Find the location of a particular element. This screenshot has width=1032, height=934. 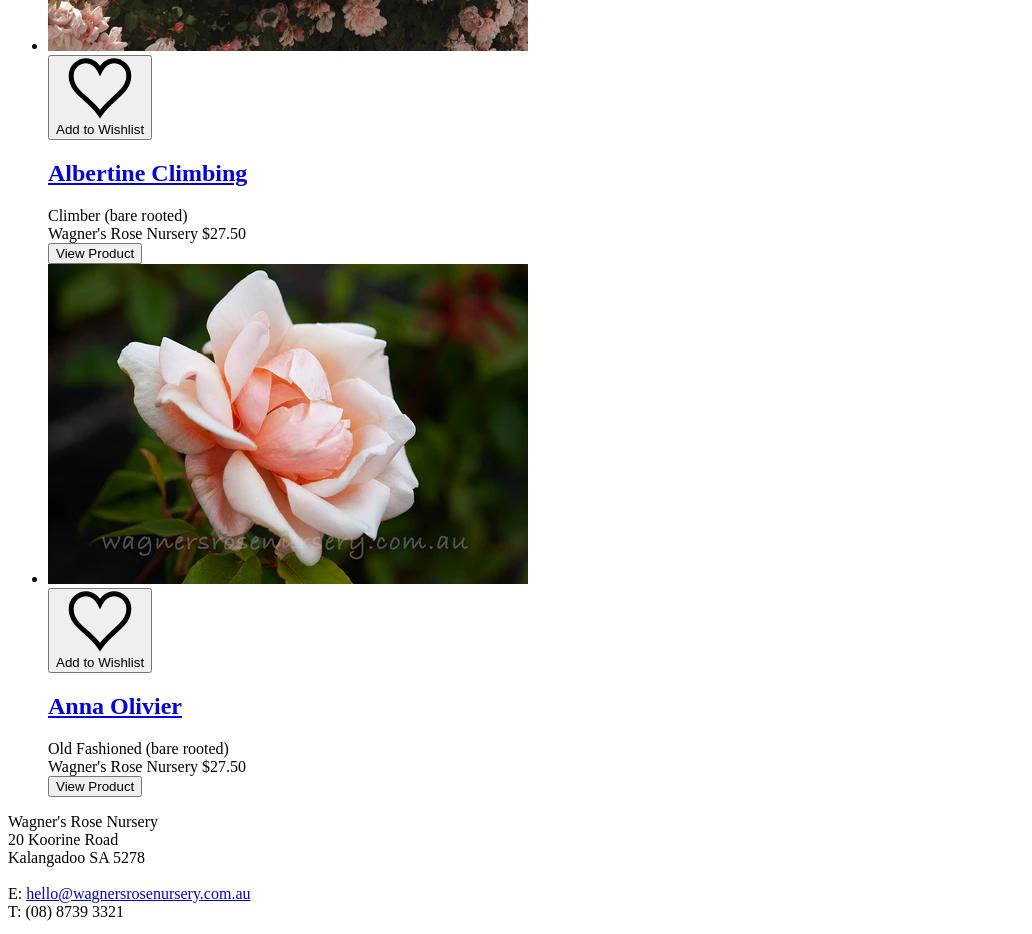

'Anna Olivier' is located at coordinates (114, 704).